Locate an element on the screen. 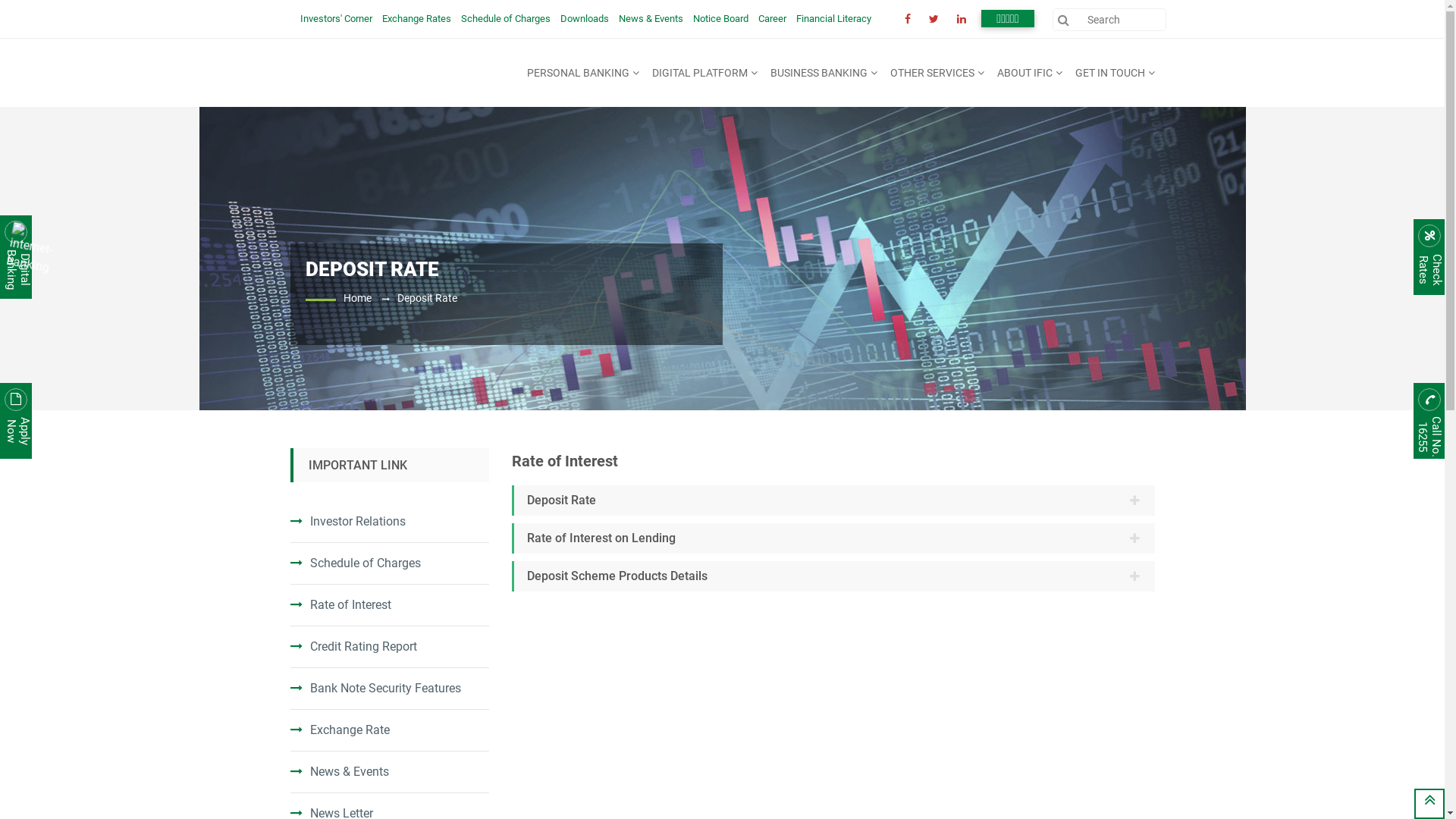 The image size is (1456, 819). 'Bank Note Security Features' is located at coordinates (375, 688).